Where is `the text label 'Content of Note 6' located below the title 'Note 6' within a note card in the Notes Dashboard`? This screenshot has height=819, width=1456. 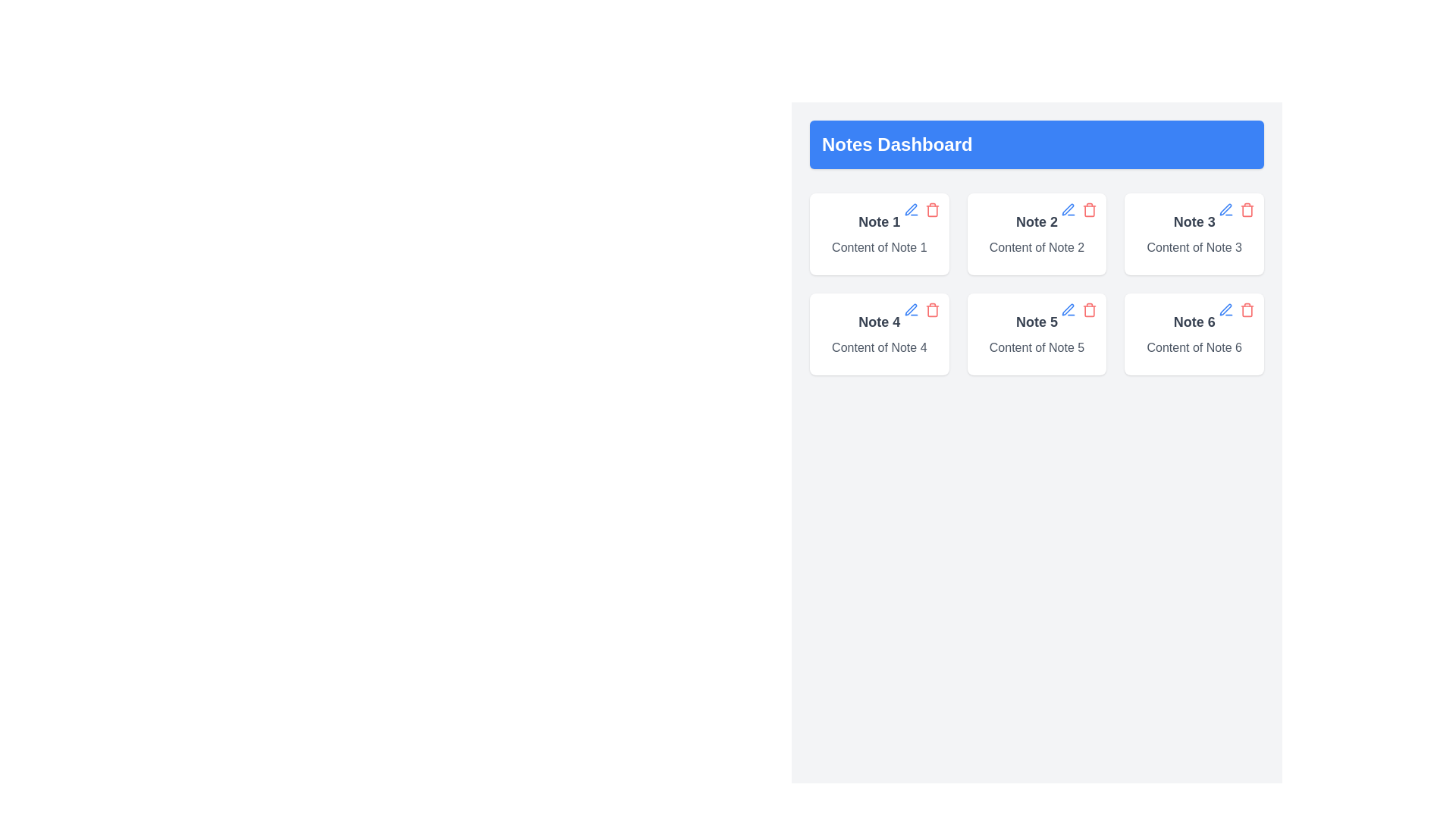 the text label 'Content of Note 6' located below the title 'Note 6' within a note card in the Notes Dashboard is located at coordinates (1194, 348).